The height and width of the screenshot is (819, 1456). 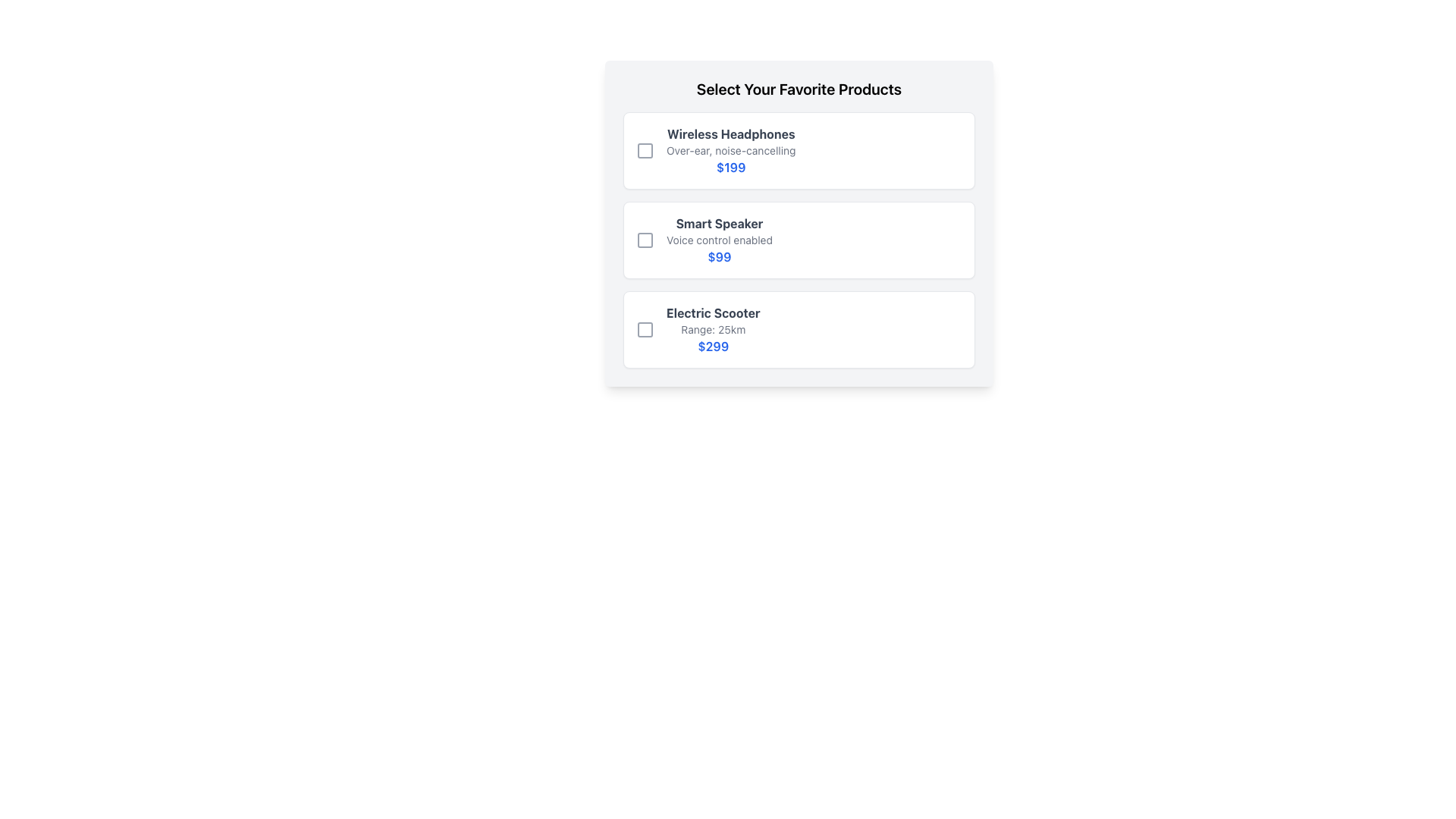 I want to click on the text label element that displays 'Over-ear, noise-cancelling', which is positioned below 'Wireless Headphones' and above the price '$199', so click(x=731, y=151).